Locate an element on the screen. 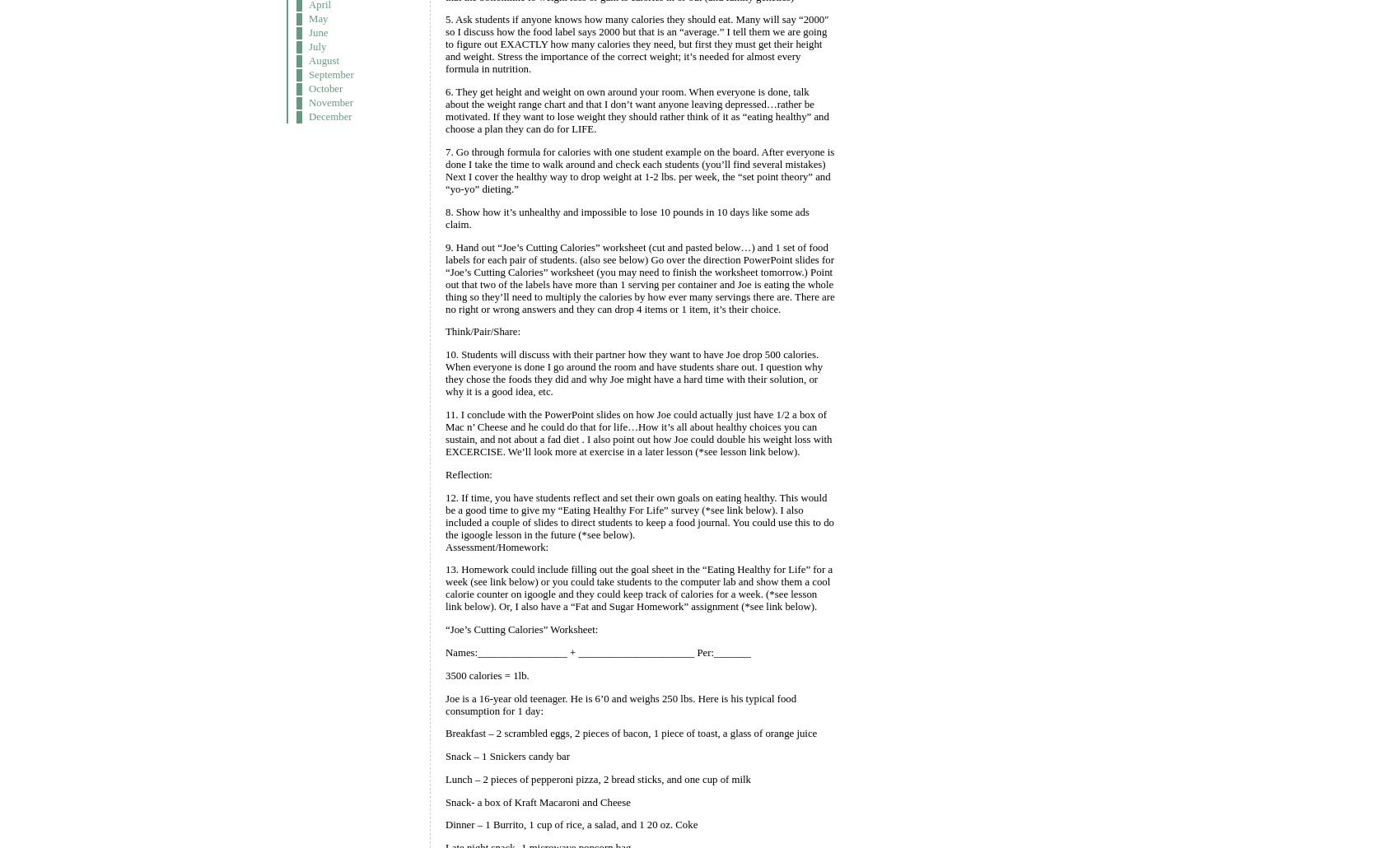 The width and height of the screenshot is (1400, 848). 'Reflection:' is located at coordinates (467, 473).